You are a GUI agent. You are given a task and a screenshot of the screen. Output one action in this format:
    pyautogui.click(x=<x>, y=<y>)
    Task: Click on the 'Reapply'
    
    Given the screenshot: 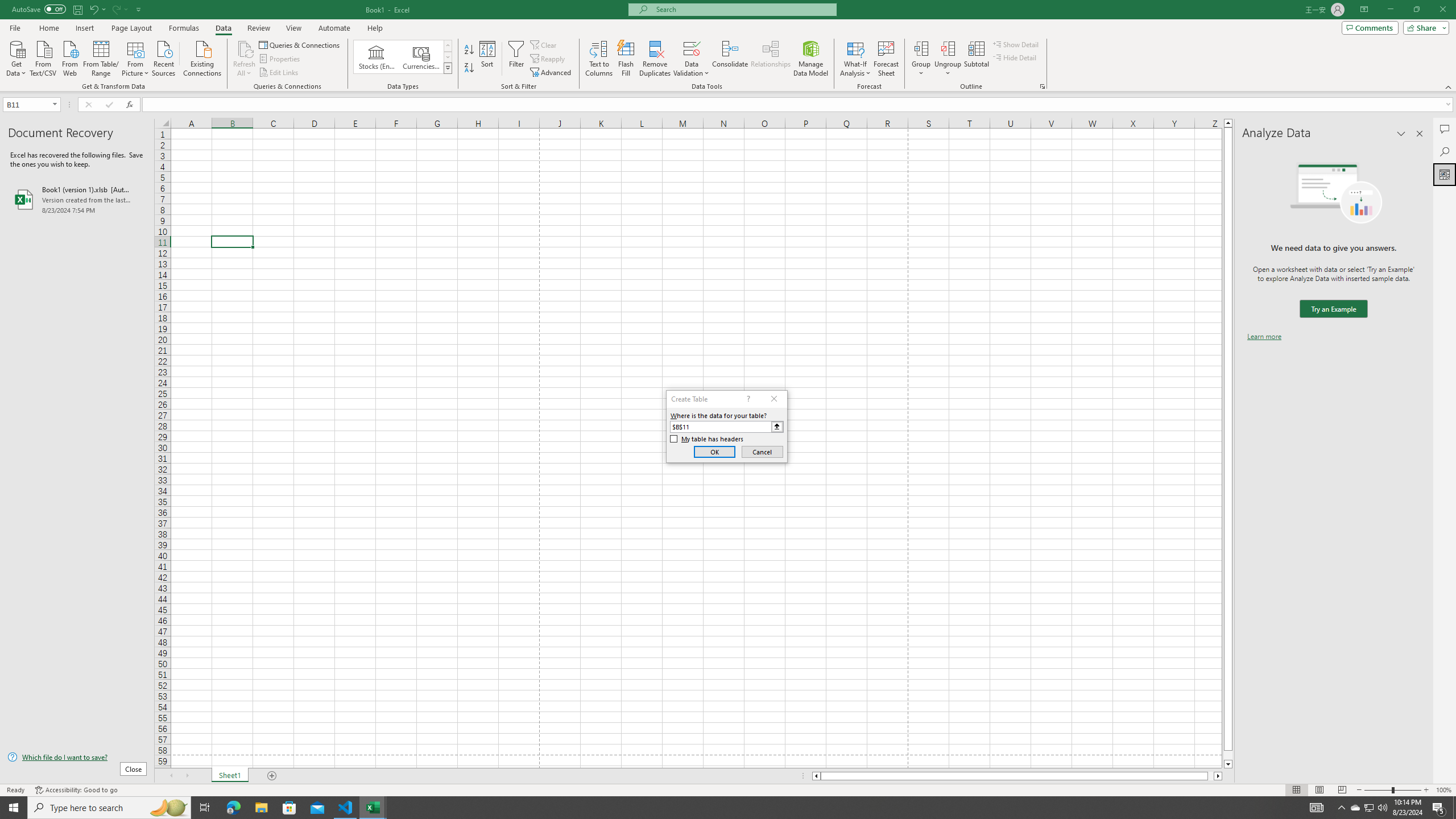 What is the action you would take?
    pyautogui.click(x=549, y=59)
    